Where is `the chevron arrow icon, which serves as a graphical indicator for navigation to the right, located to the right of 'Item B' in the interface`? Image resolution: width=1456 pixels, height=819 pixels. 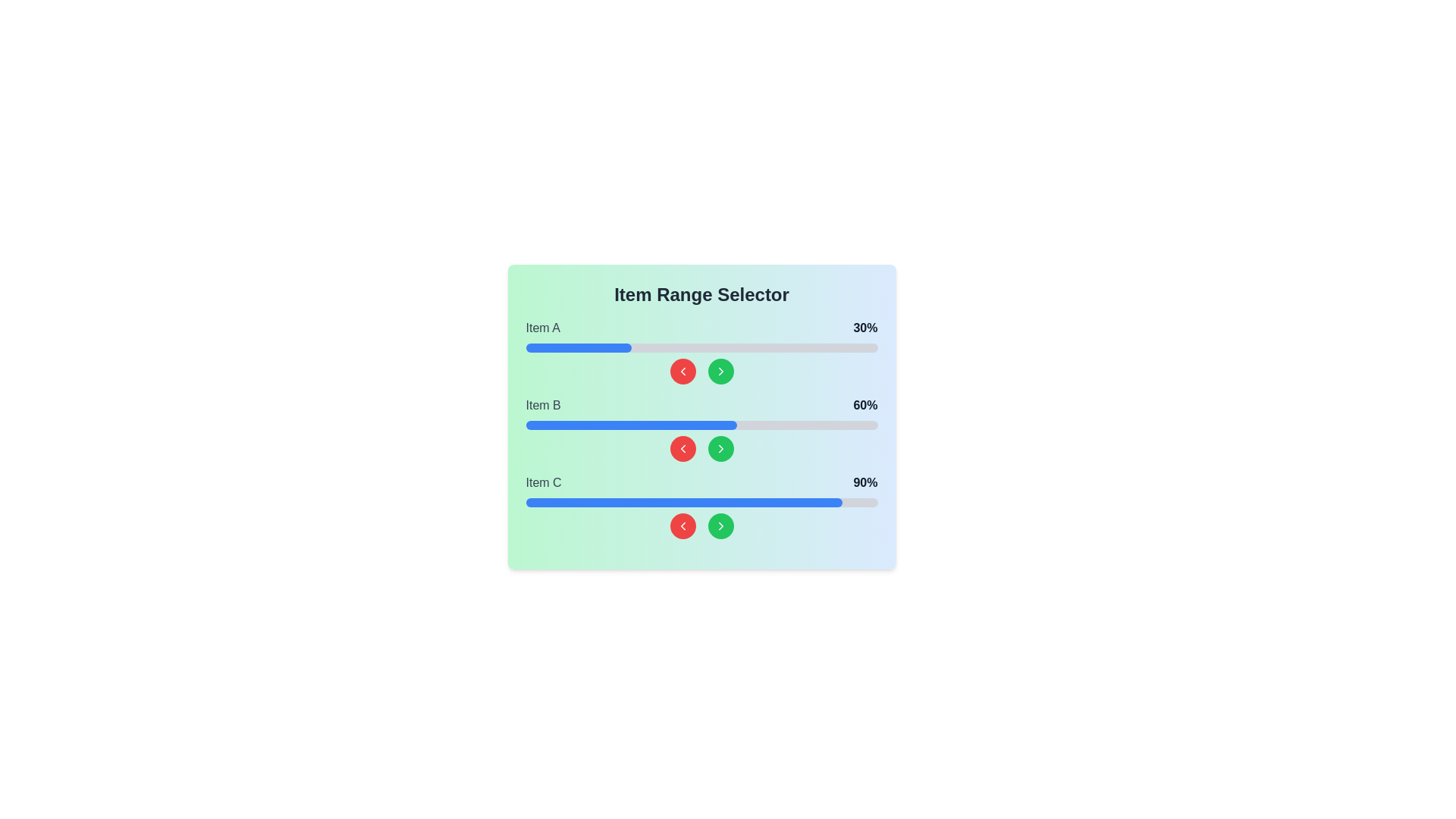 the chevron arrow icon, which serves as a graphical indicator for navigation to the right, located to the right of 'Item B' in the interface is located at coordinates (720, 371).